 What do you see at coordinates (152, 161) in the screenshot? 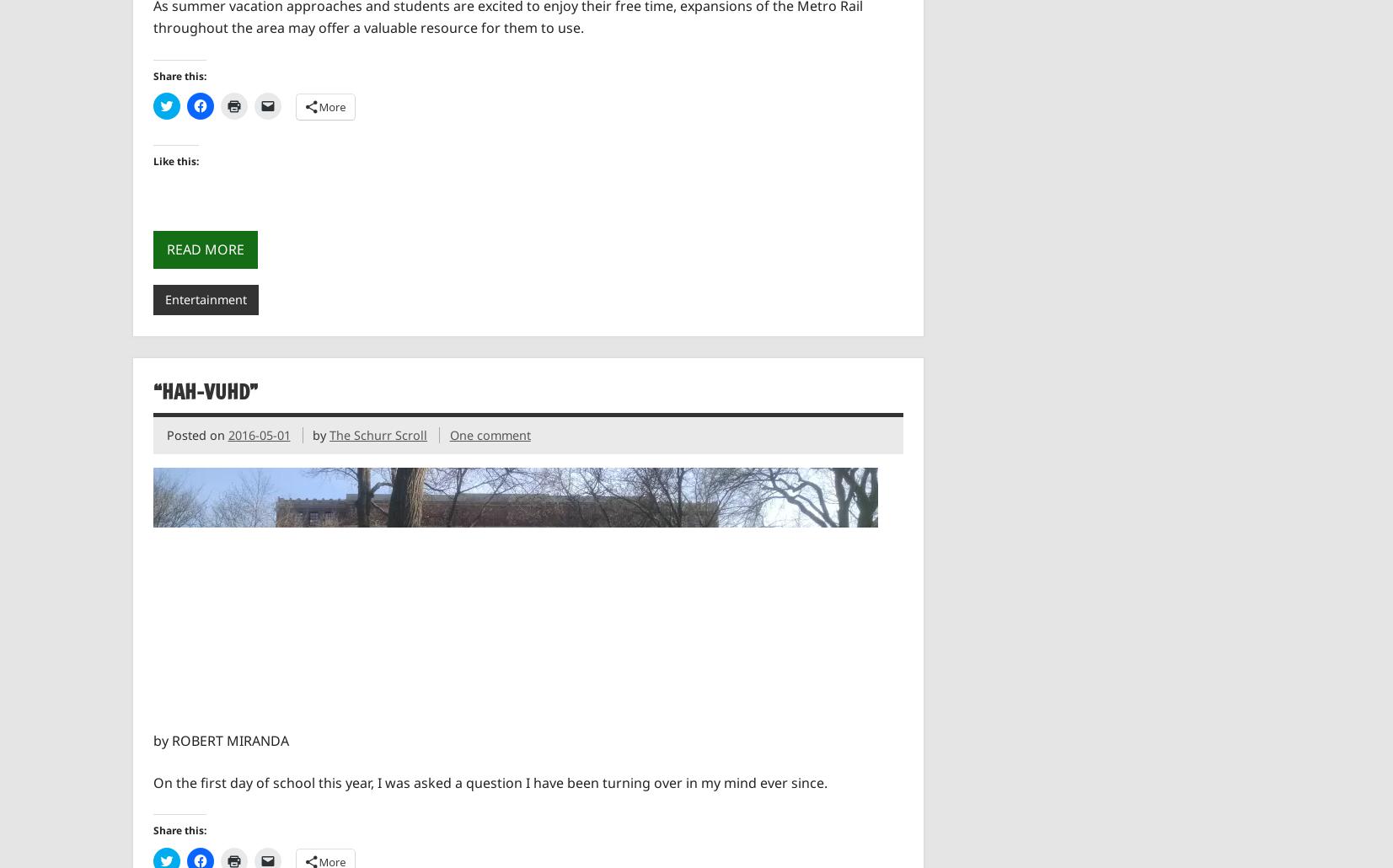
I see `'Like this:'` at bounding box center [152, 161].